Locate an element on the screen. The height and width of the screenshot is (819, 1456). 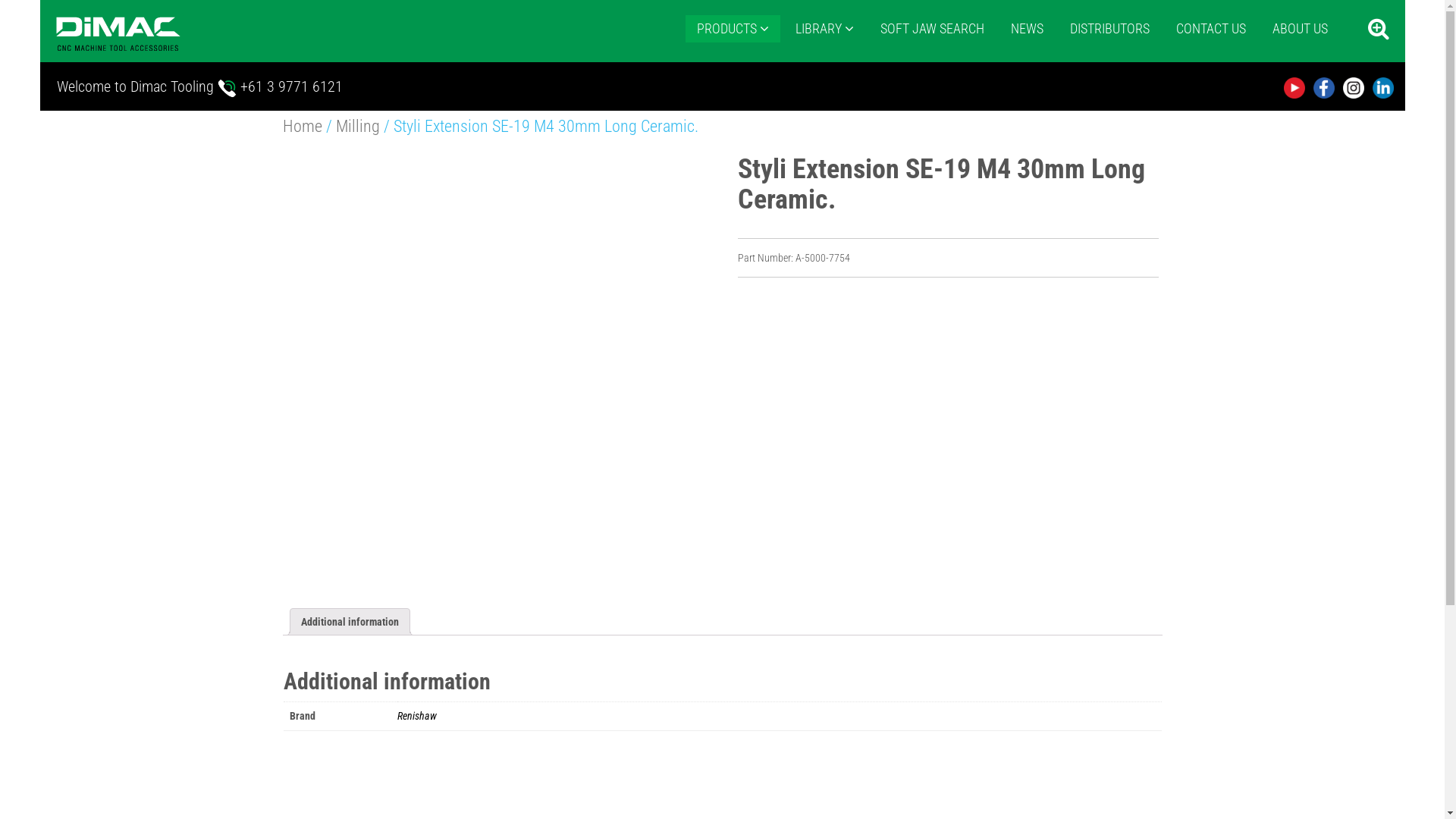
'Home' is located at coordinates (302, 124).